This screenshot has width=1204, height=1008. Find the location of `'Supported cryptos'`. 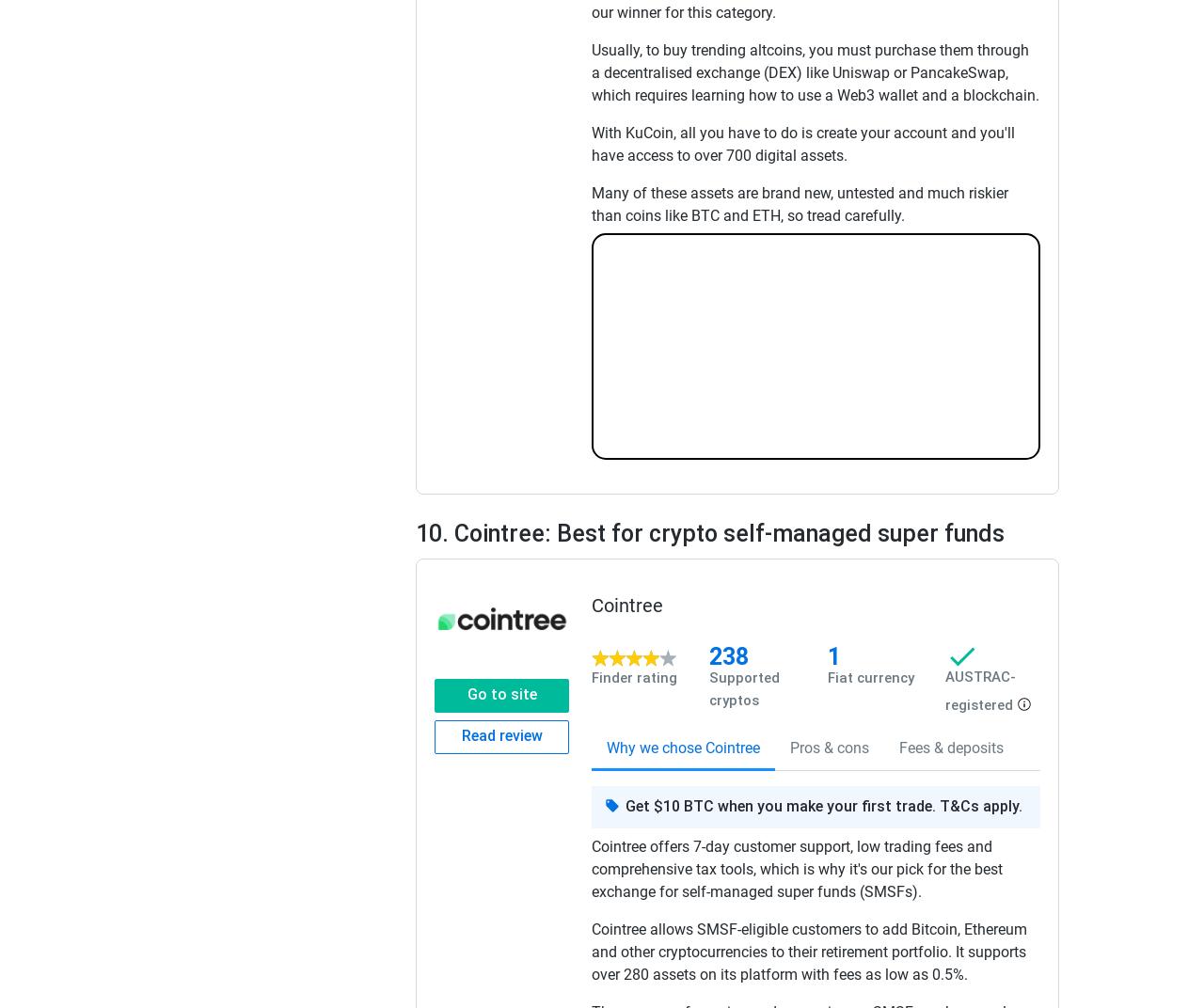

'Supported cryptos' is located at coordinates (743, 688).